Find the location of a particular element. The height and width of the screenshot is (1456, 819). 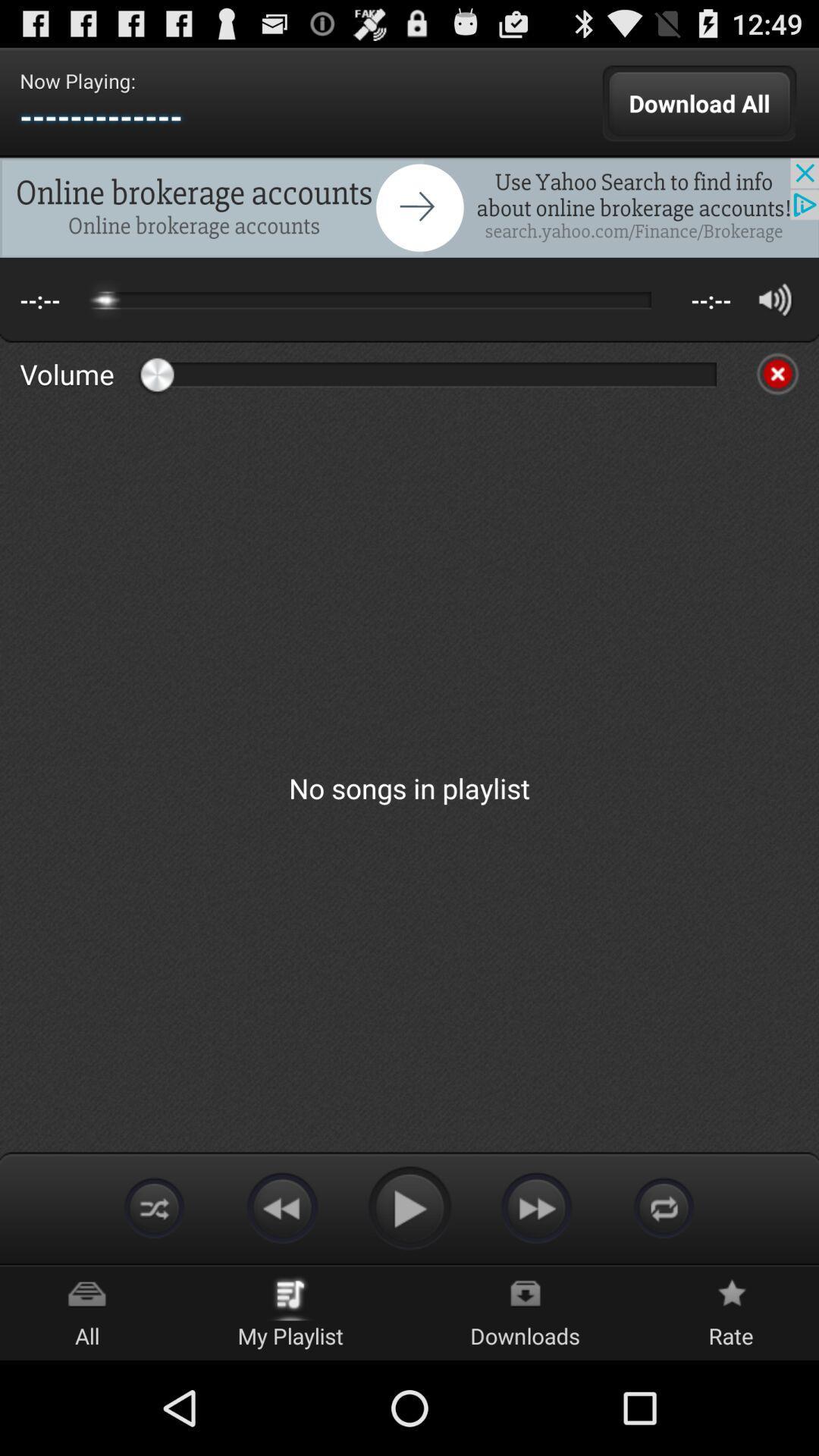

next song is located at coordinates (536, 1207).